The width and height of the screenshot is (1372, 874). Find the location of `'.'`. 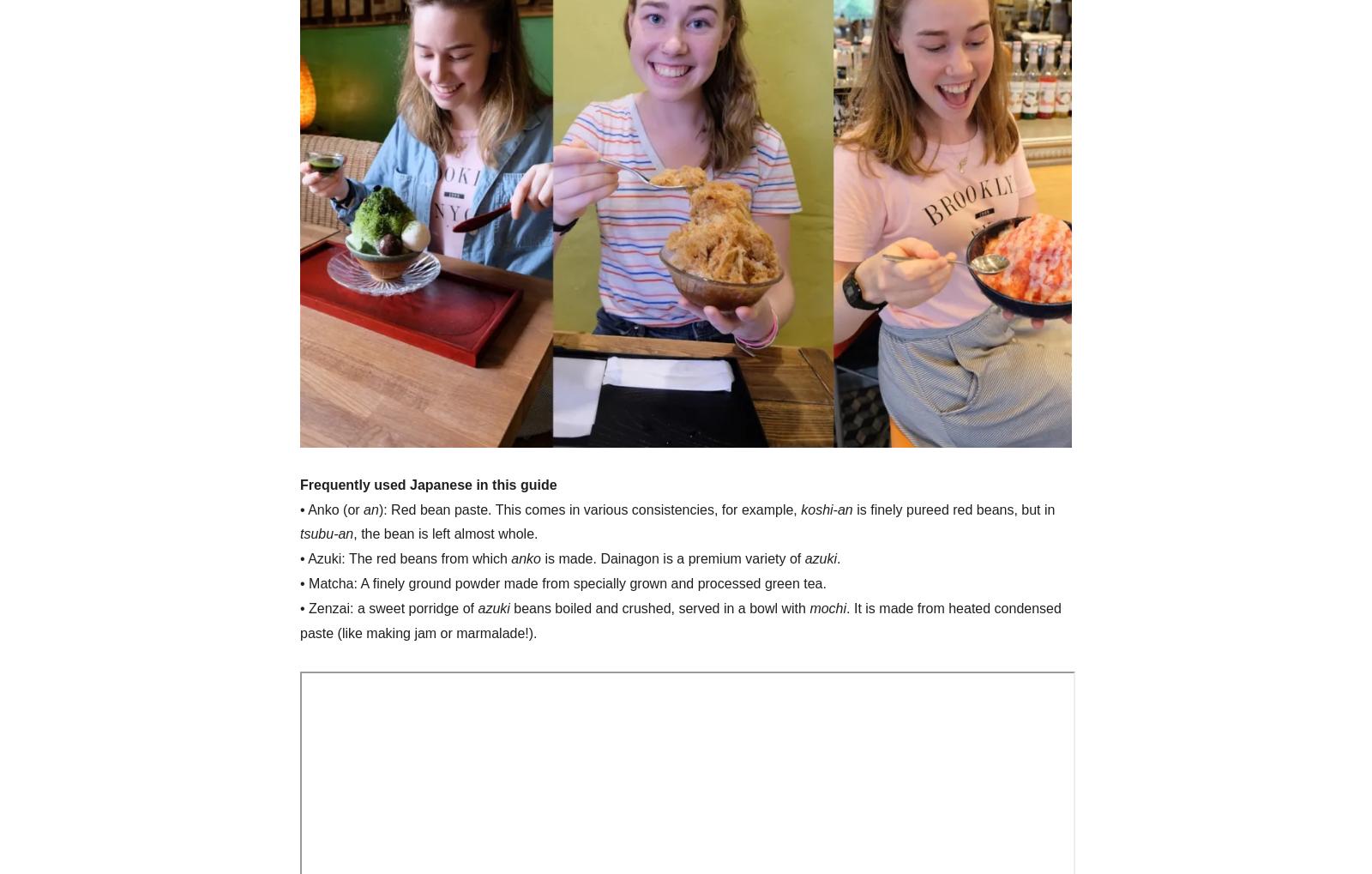

'.' is located at coordinates (838, 558).